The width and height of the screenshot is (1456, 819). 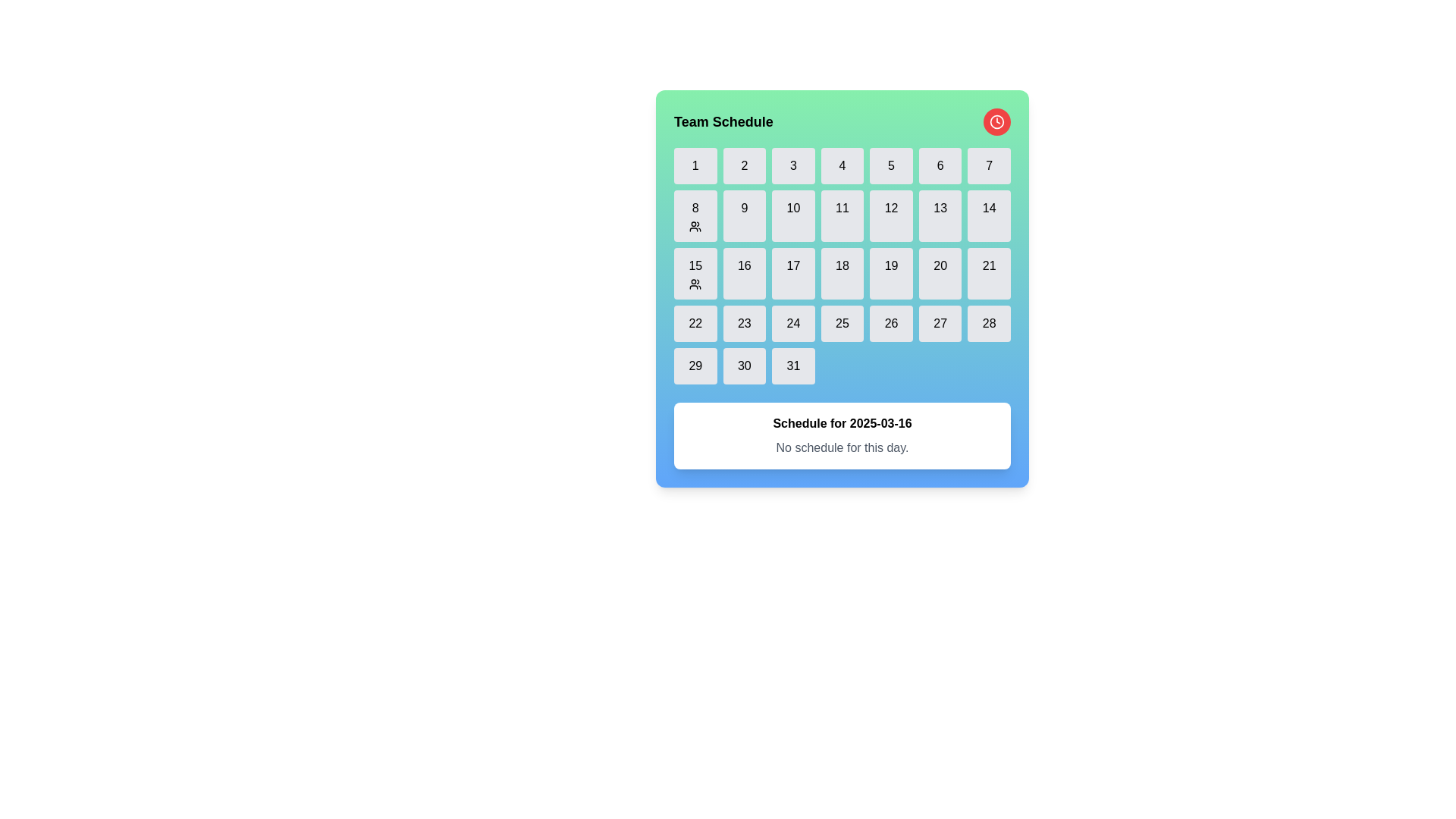 What do you see at coordinates (997, 121) in the screenshot?
I see `the circular clock icon located in the top-right corner of the calendar interface` at bounding box center [997, 121].